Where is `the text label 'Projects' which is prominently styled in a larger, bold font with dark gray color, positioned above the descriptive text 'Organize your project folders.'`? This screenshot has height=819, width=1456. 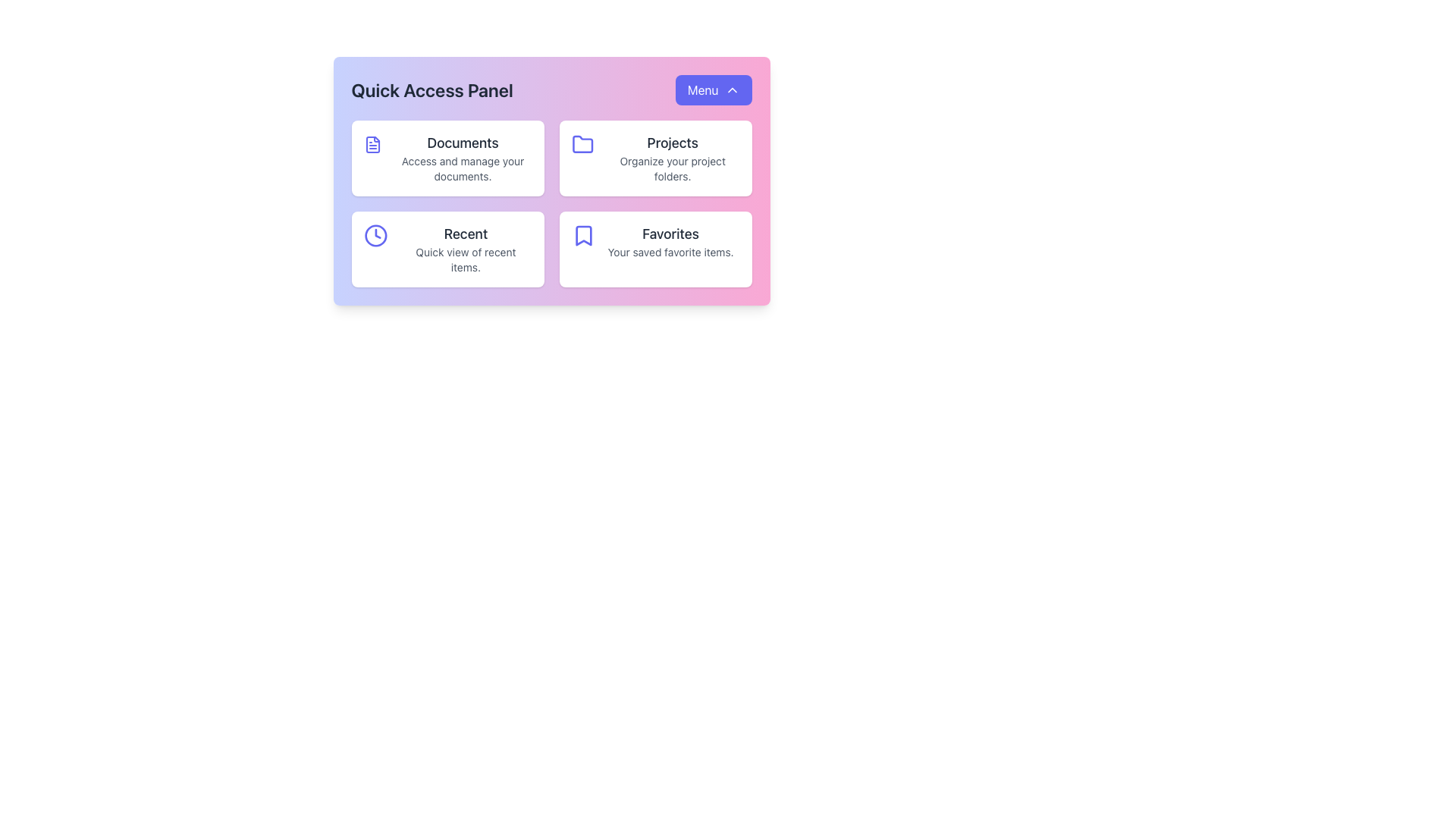 the text label 'Projects' which is prominently styled in a larger, bold font with dark gray color, positioned above the descriptive text 'Organize your project folders.' is located at coordinates (672, 143).